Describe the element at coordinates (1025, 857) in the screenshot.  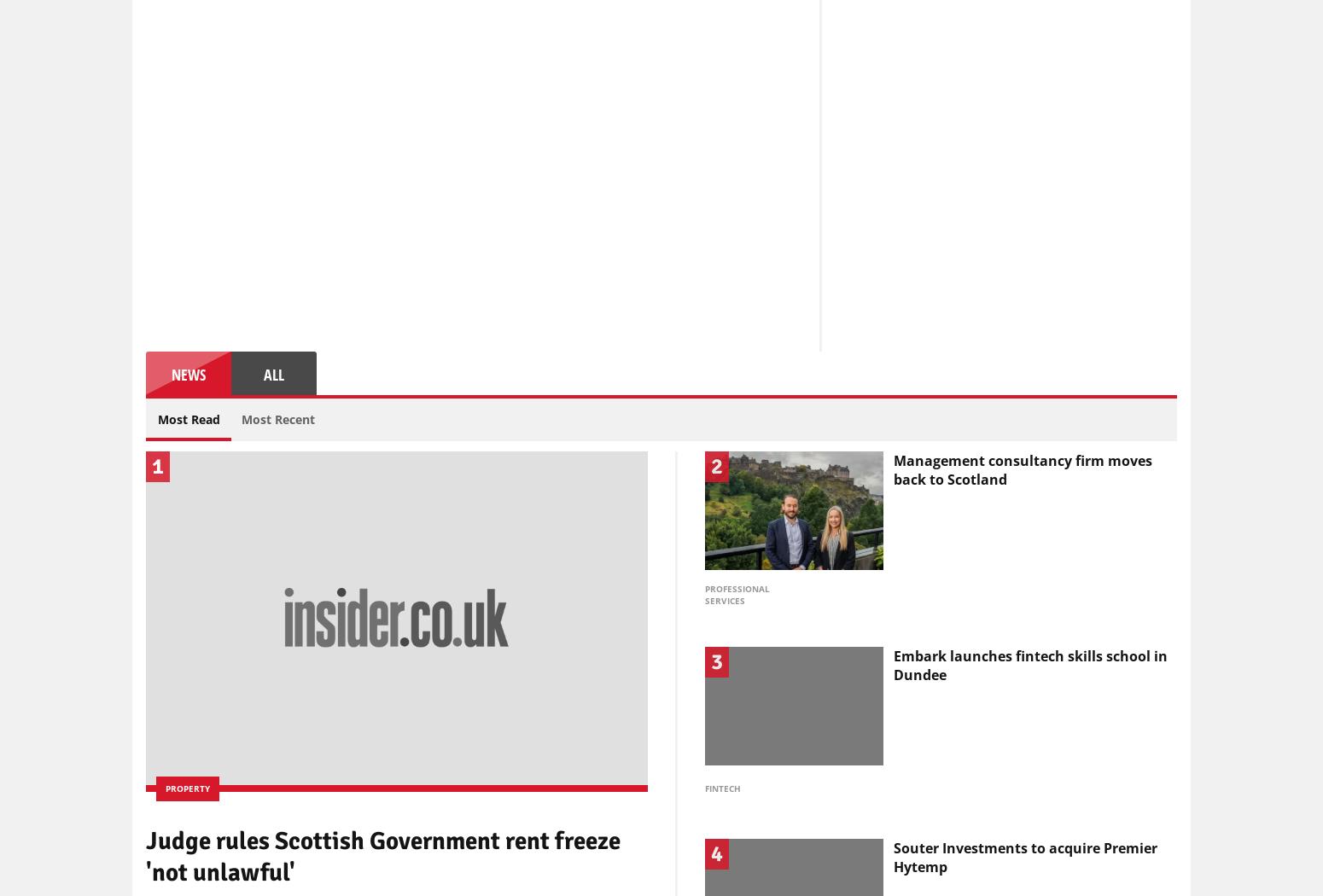
I see `'Souter Investments to acquire Premier Hytemp'` at that location.